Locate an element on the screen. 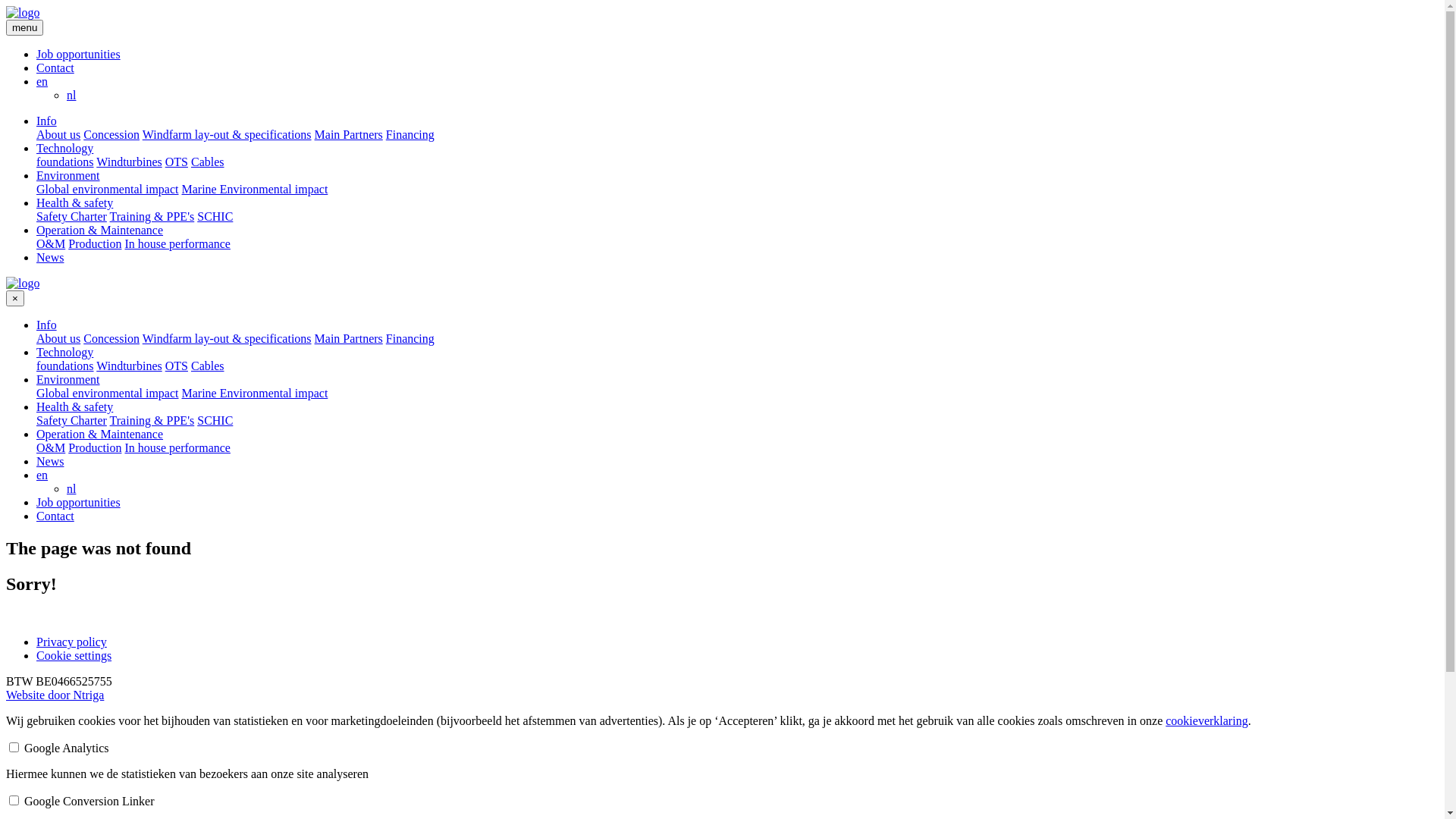 The image size is (1456, 819). 'Financing' is located at coordinates (410, 133).